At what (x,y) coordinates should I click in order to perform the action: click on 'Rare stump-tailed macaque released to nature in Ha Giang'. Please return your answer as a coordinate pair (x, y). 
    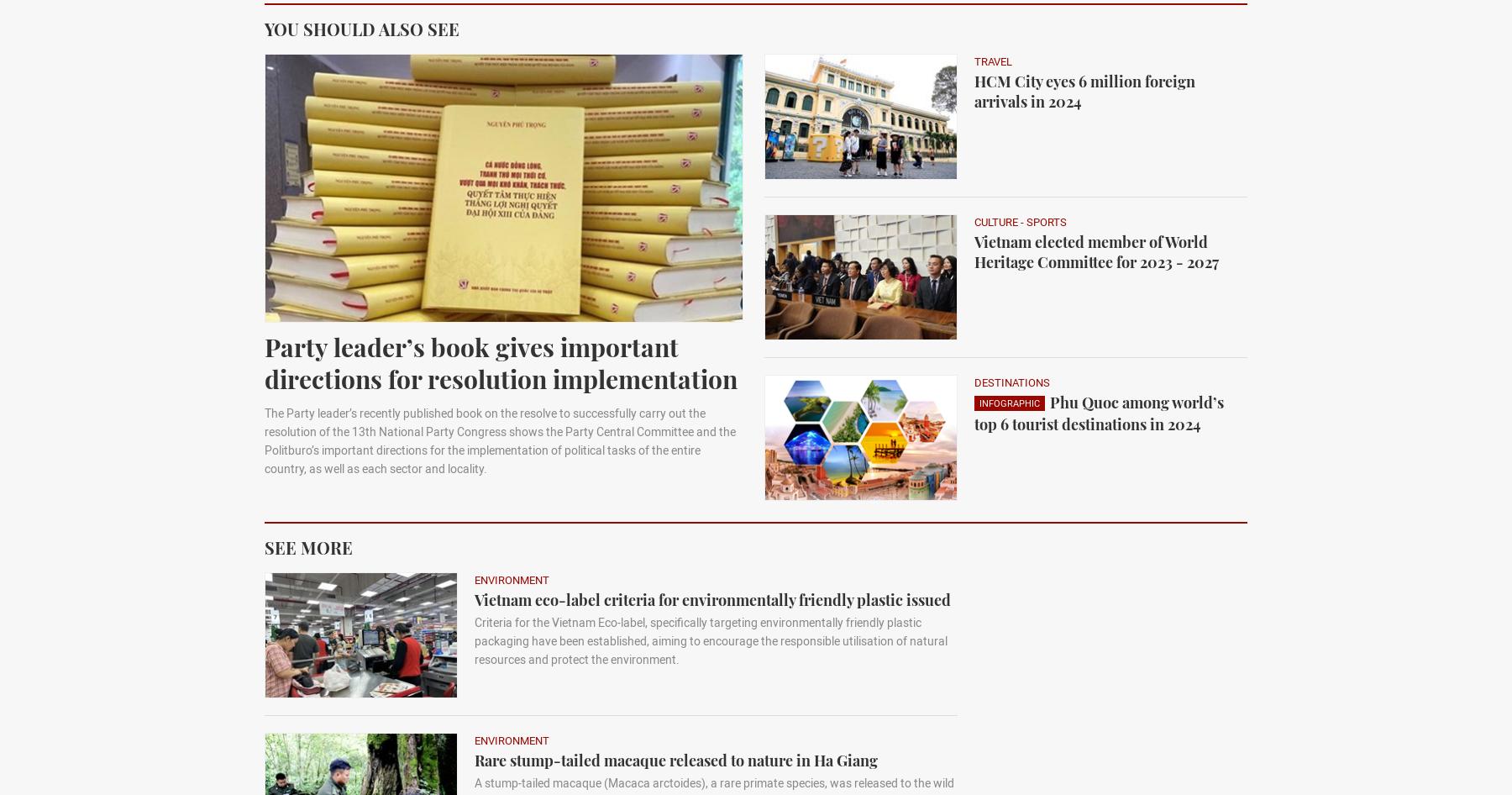
    Looking at the image, I should click on (675, 760).